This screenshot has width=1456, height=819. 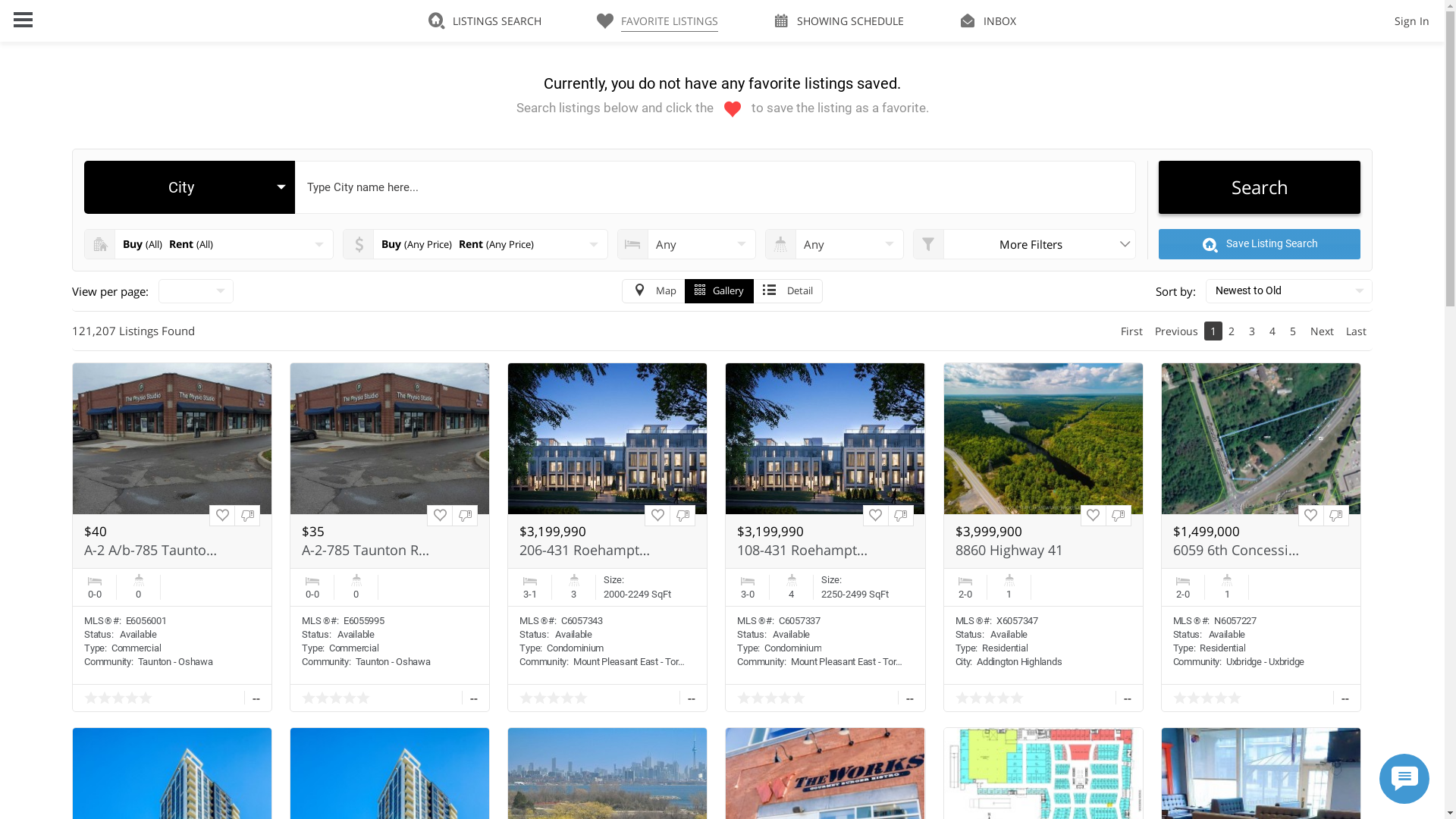 I want to click on 'Gallery', so click(x=718, y=291).